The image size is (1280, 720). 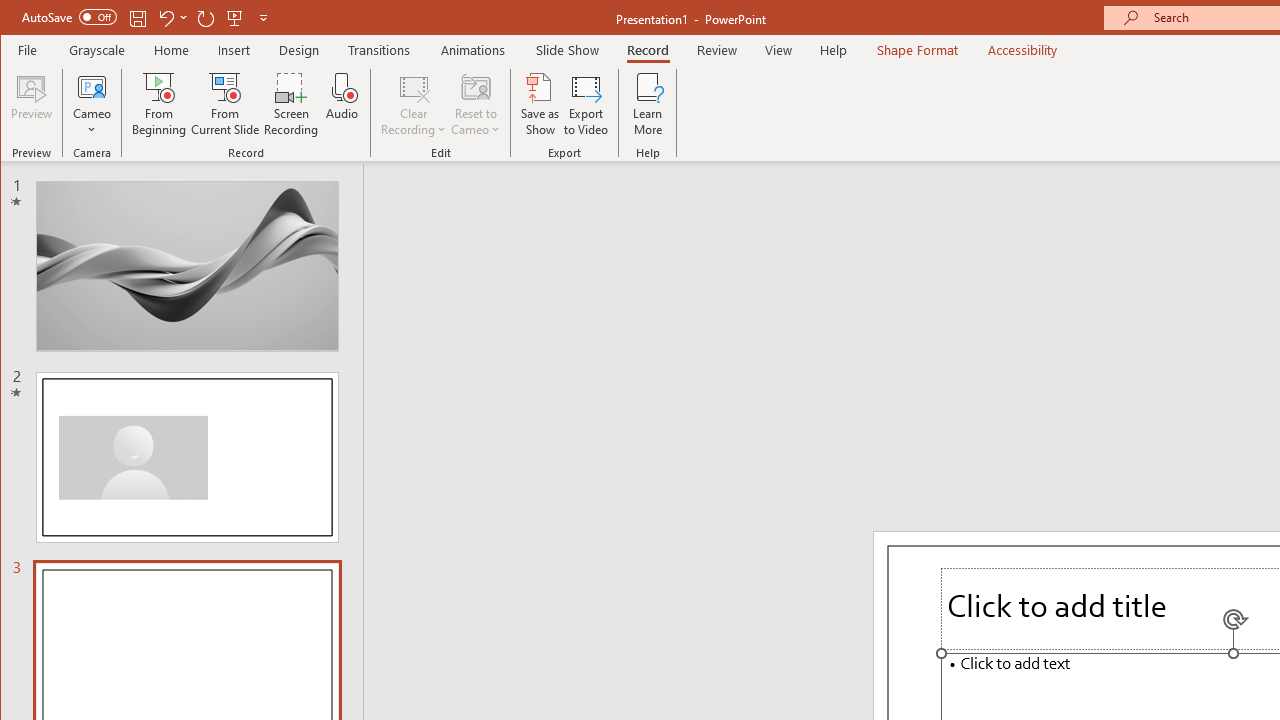 I want to click on 'Learn More', so click(x=648, y=104).